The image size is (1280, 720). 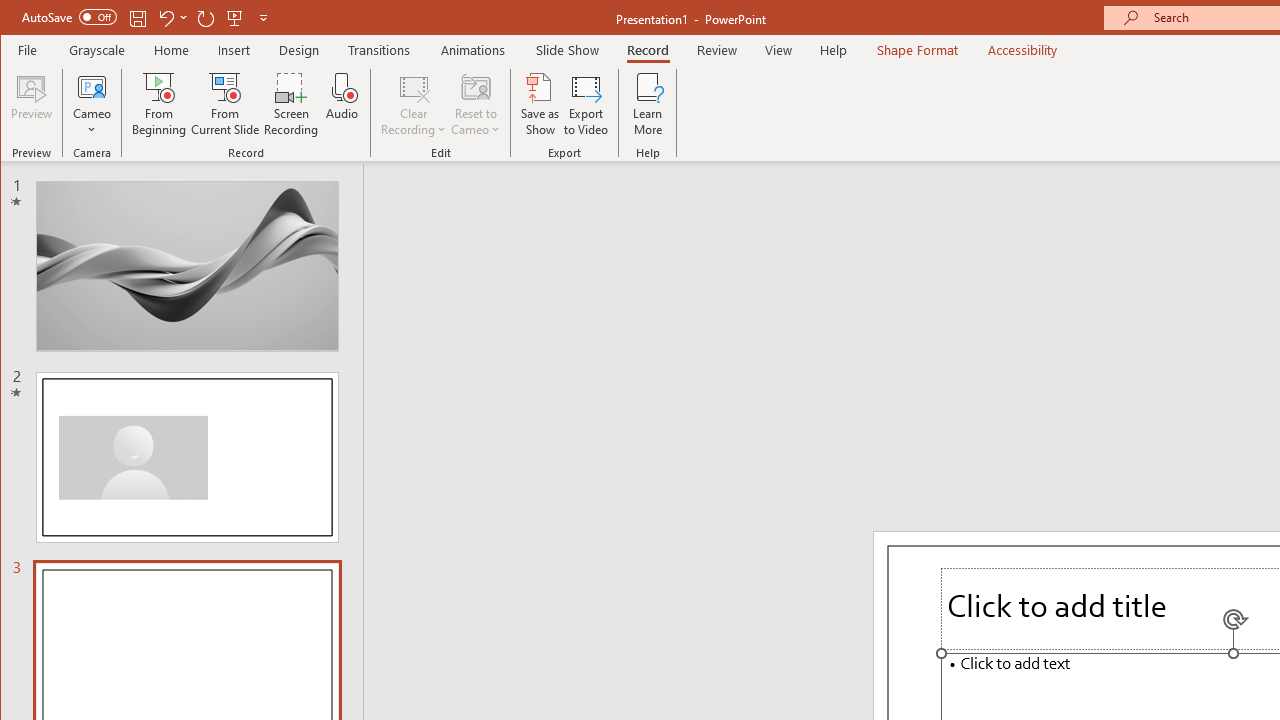 I want to click on 'Learn More', so click(x=648, y=104).